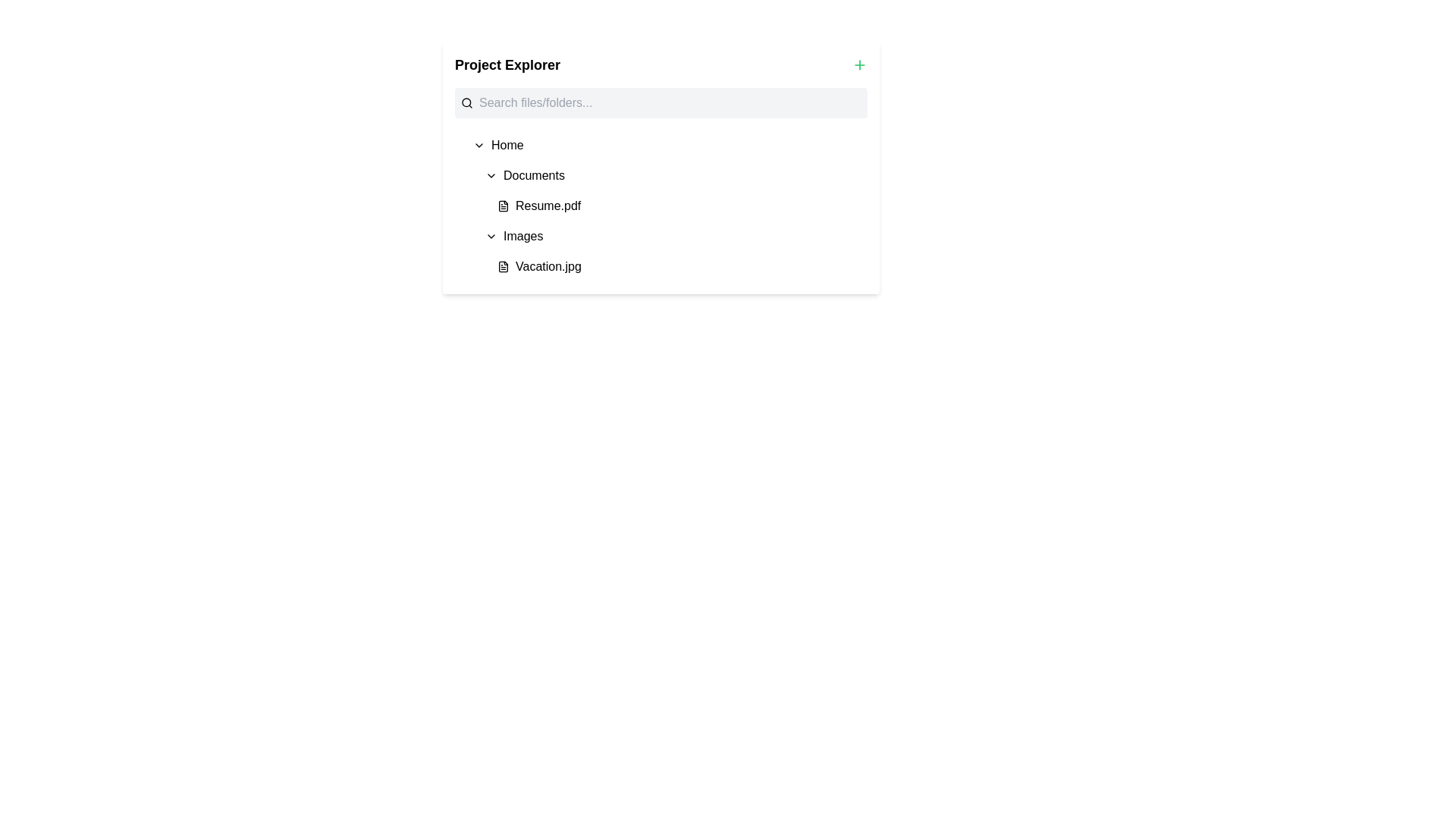 This screenshot has height=819, width=1456. Describe the element at coordinates (548, 206) in the screenshot. I see `the text display showing the file name 'Resume.pdf'` at that location.